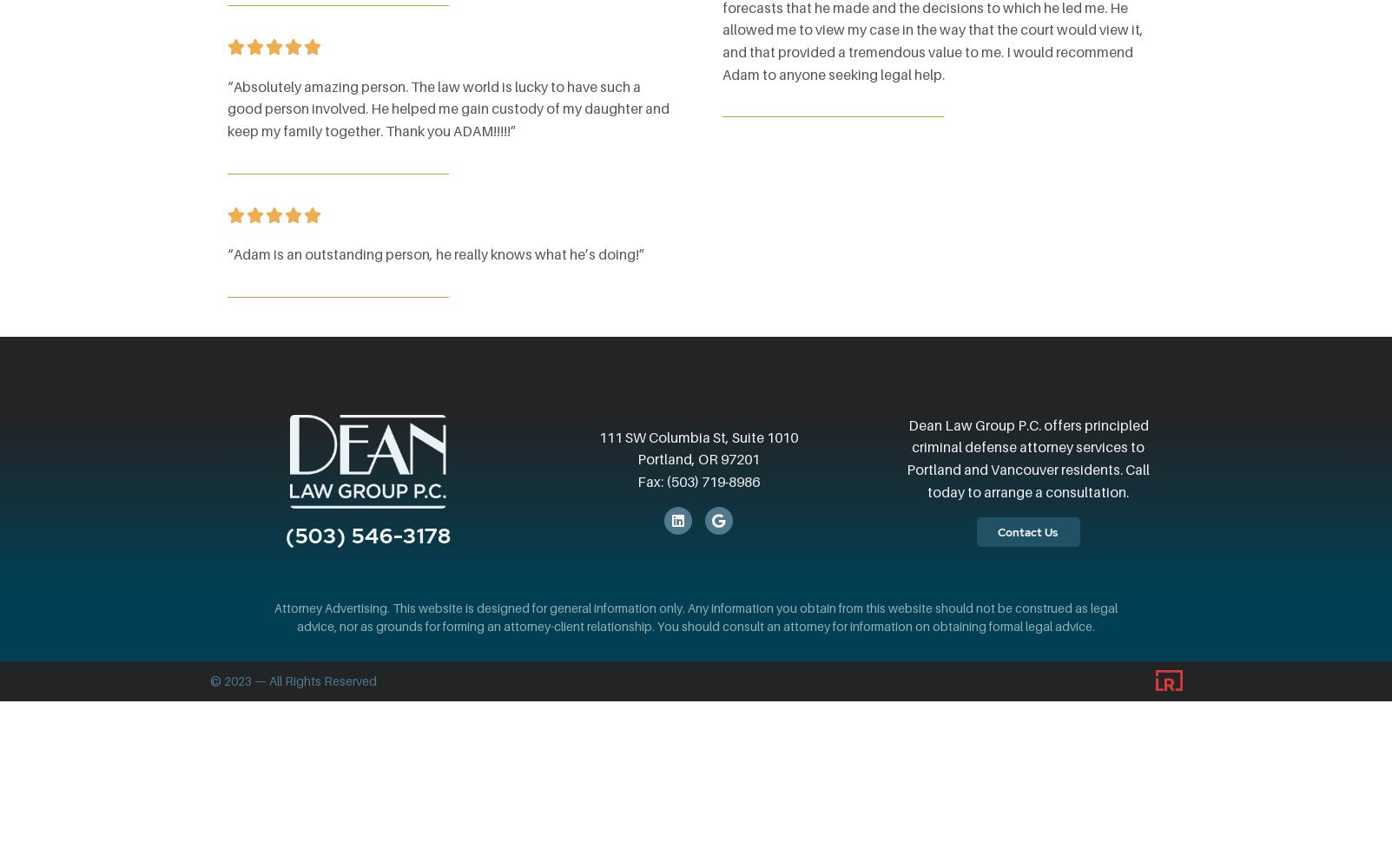 The width and height of the screenshot is (1392, 868). I want to click on 'Contact Us', so click(1026, 530).